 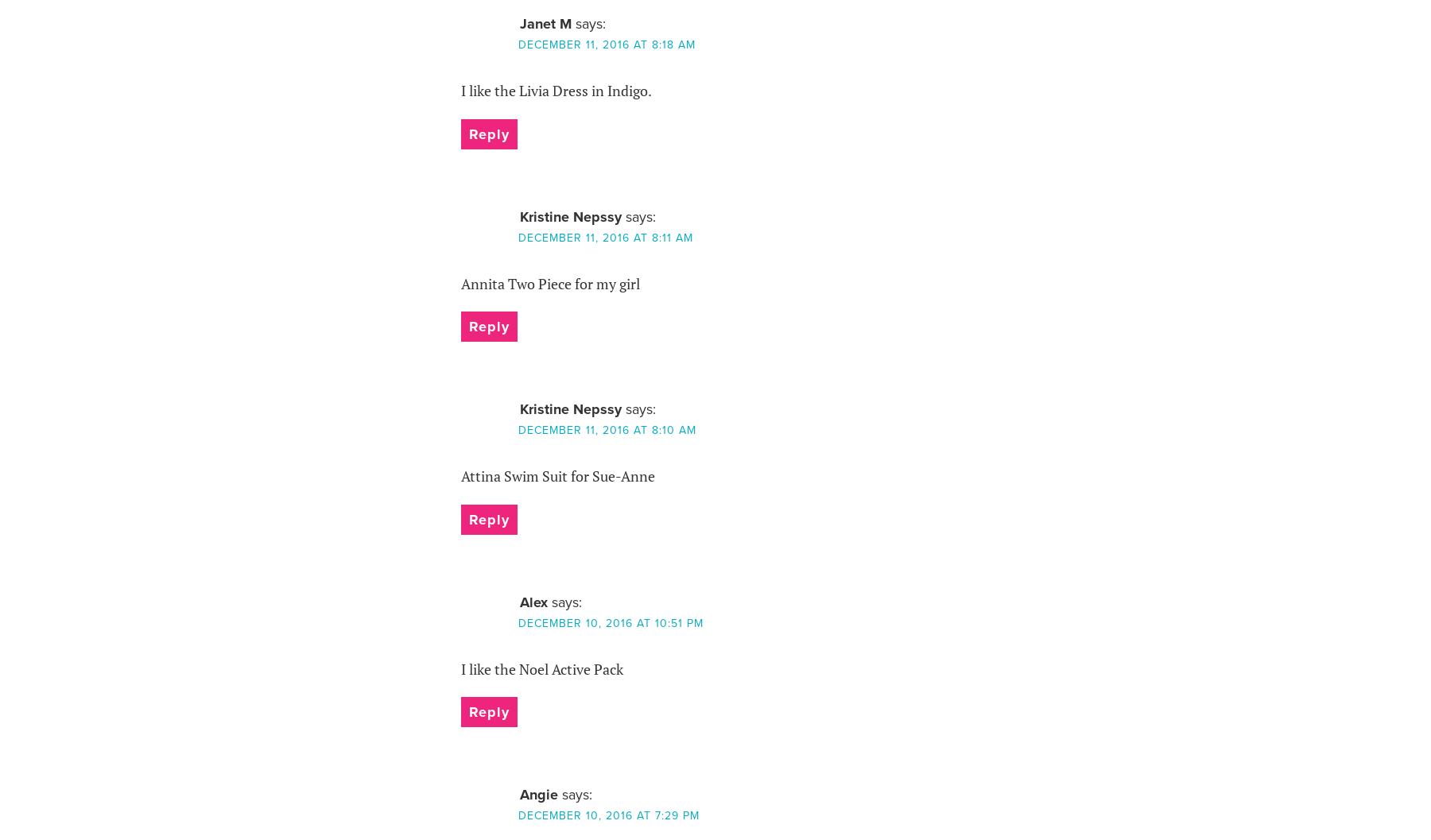 I want to click on 'December 10, 2016 at 7:29 pm', so click(x=607, y=815).